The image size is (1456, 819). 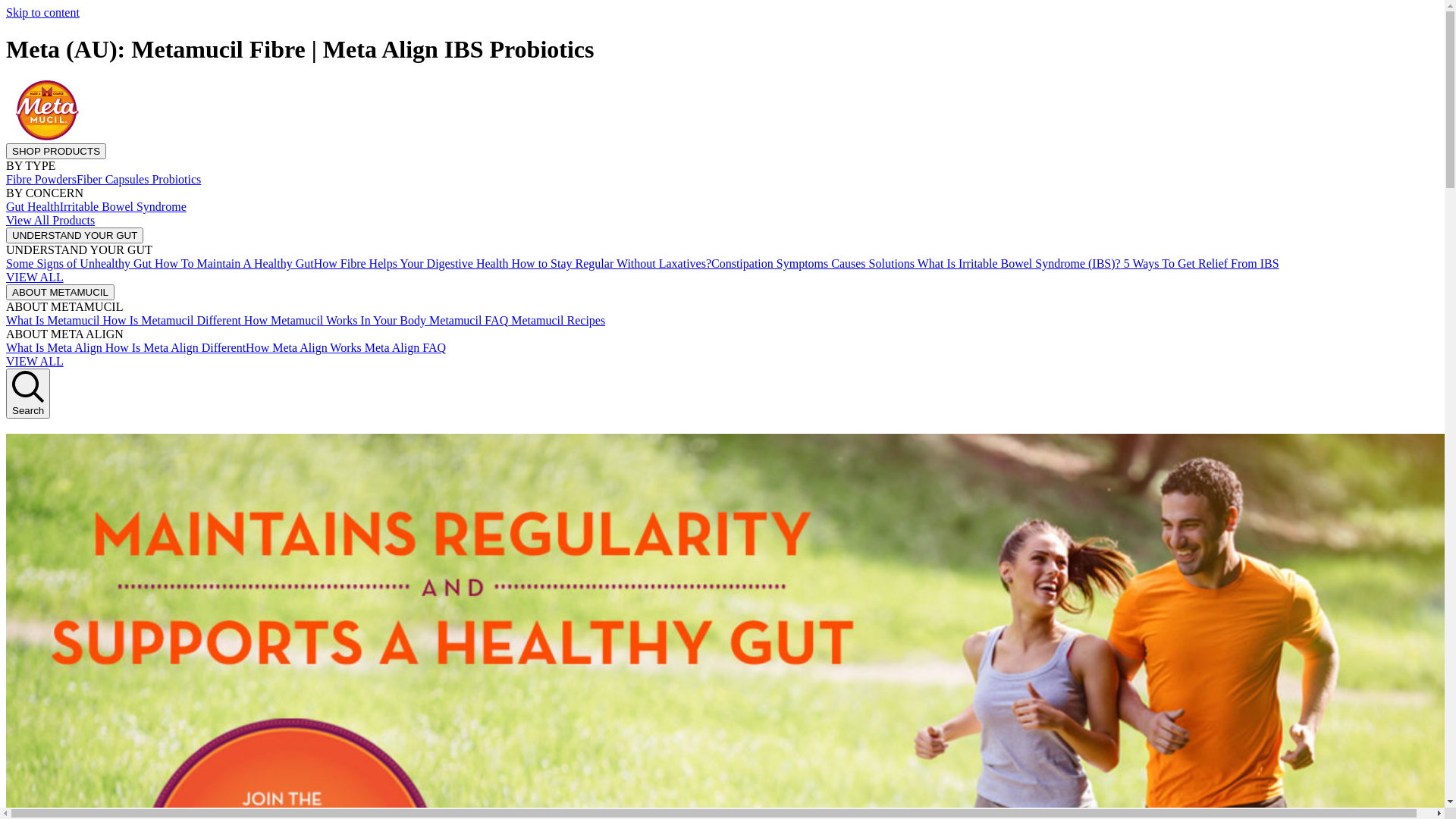 What do you see at coordinates (54, 347) in the screenshot?
I see `'What Is Meta Align'` at bounding box center [54, 347].